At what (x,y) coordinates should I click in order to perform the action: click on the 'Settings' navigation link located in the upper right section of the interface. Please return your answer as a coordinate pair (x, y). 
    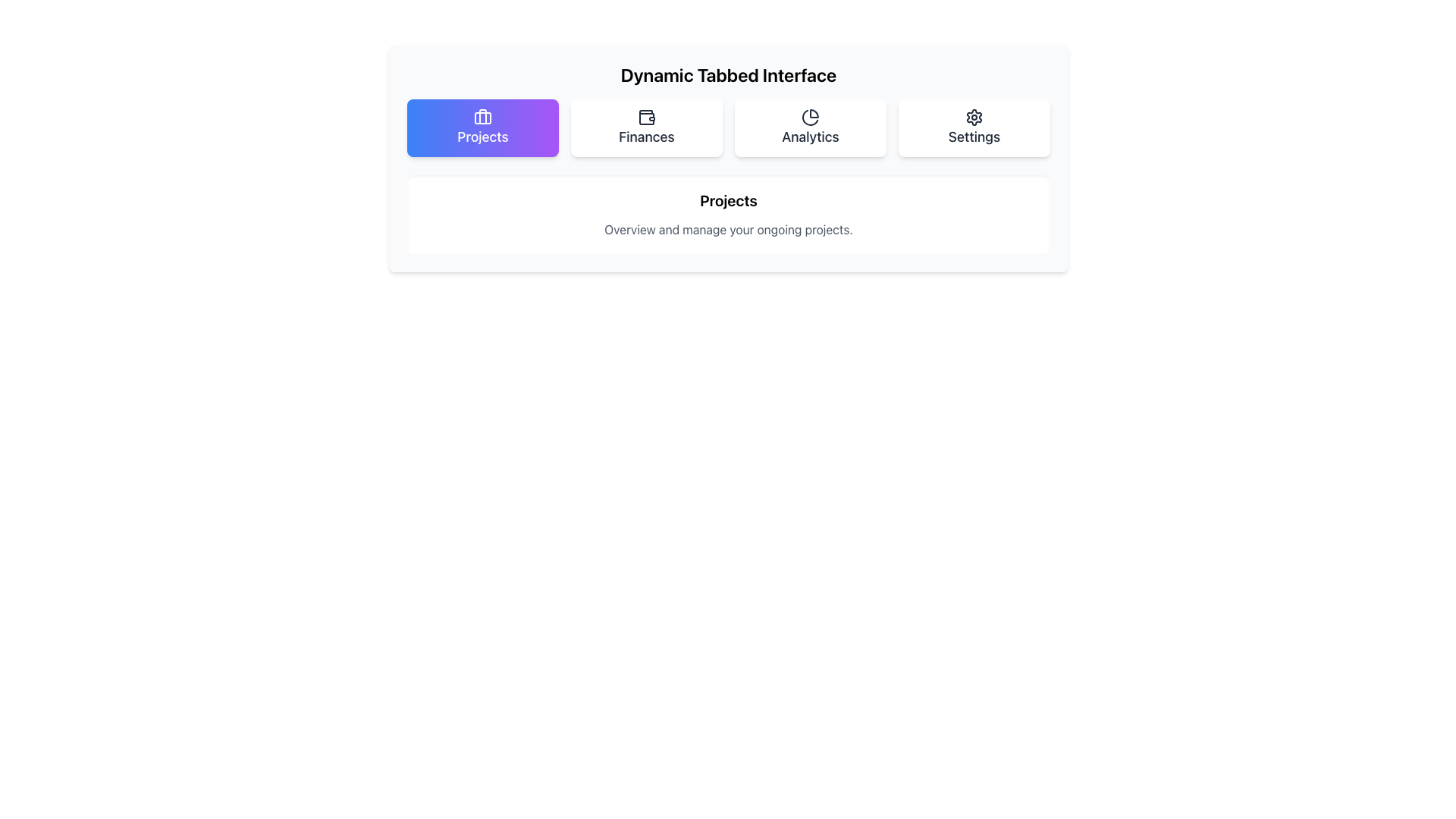
    Looking at the image, I should click on (974, 127).